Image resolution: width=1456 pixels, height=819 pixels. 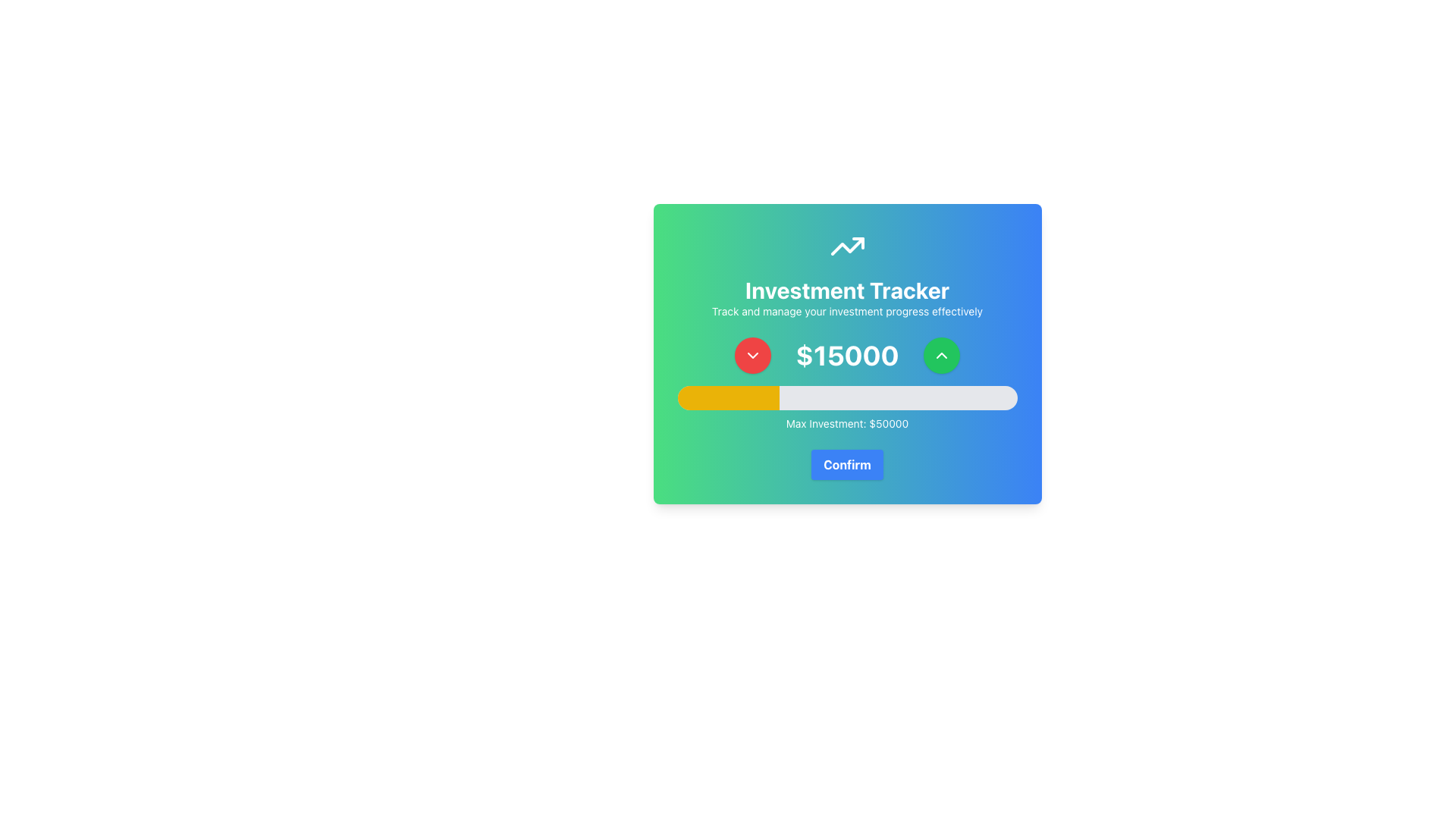 I want to click on progress, so click(x=968, y=397).